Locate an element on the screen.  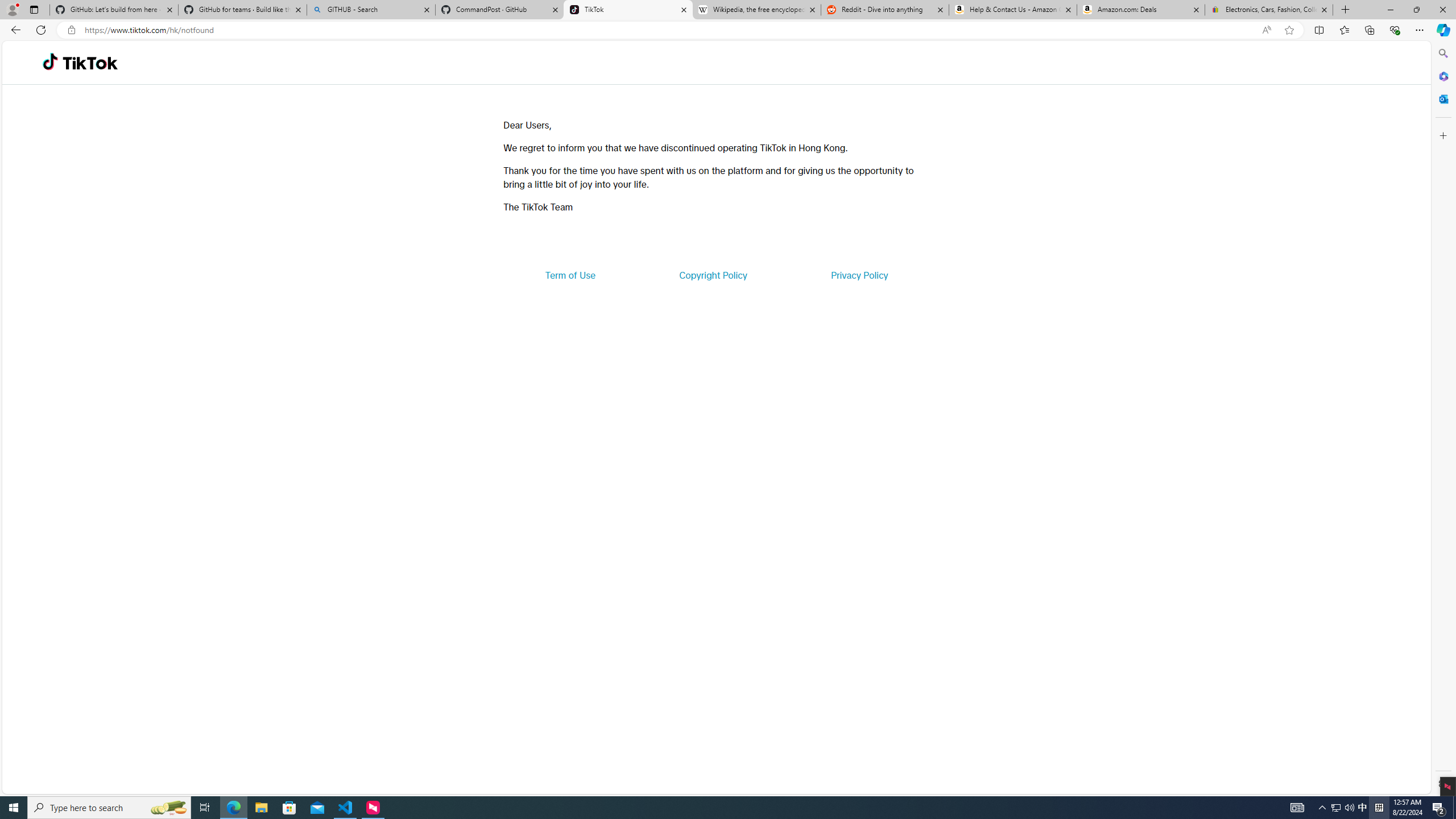
'Copyright Policy' is located at coordinates (712, 274).